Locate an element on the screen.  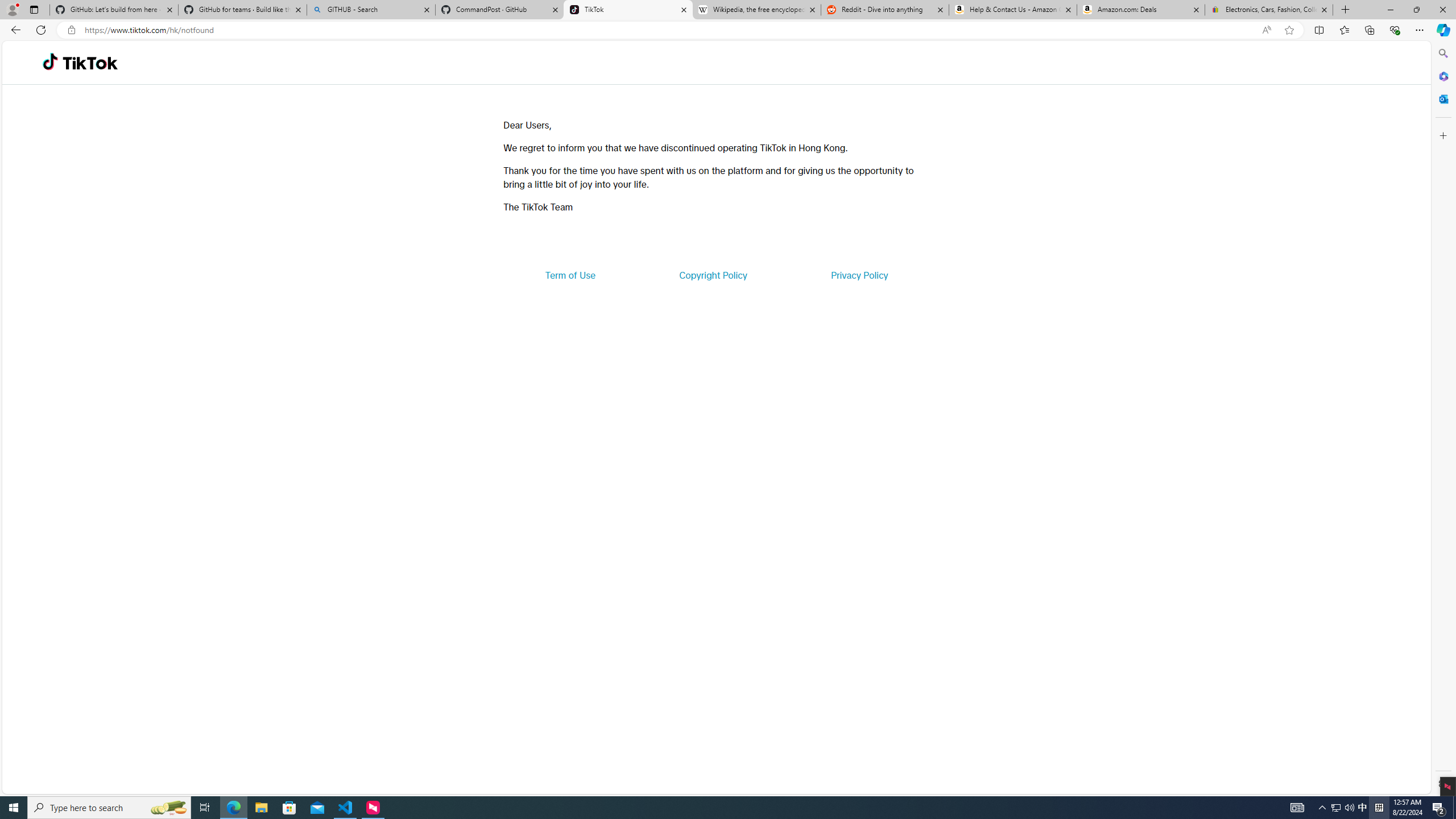
'Copyright Policy' is located at coordinates (712, 274).